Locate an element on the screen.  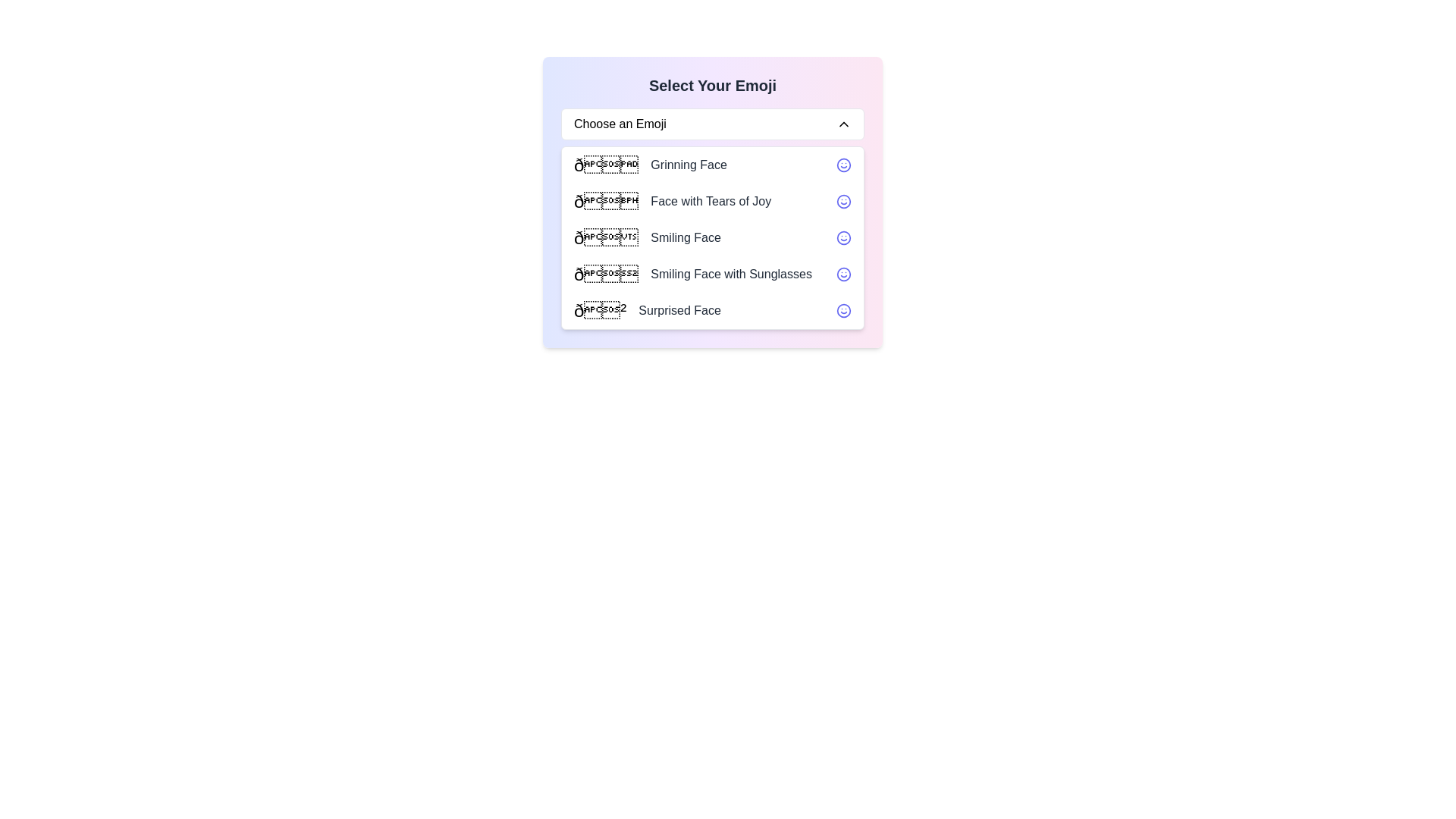
the text label reading 'Smiling Face with Sunglasses' styled with a gray, bold font, located in the fourth position of a vertically-scrolling emoji selection menu is located at coordinates (731, 275).